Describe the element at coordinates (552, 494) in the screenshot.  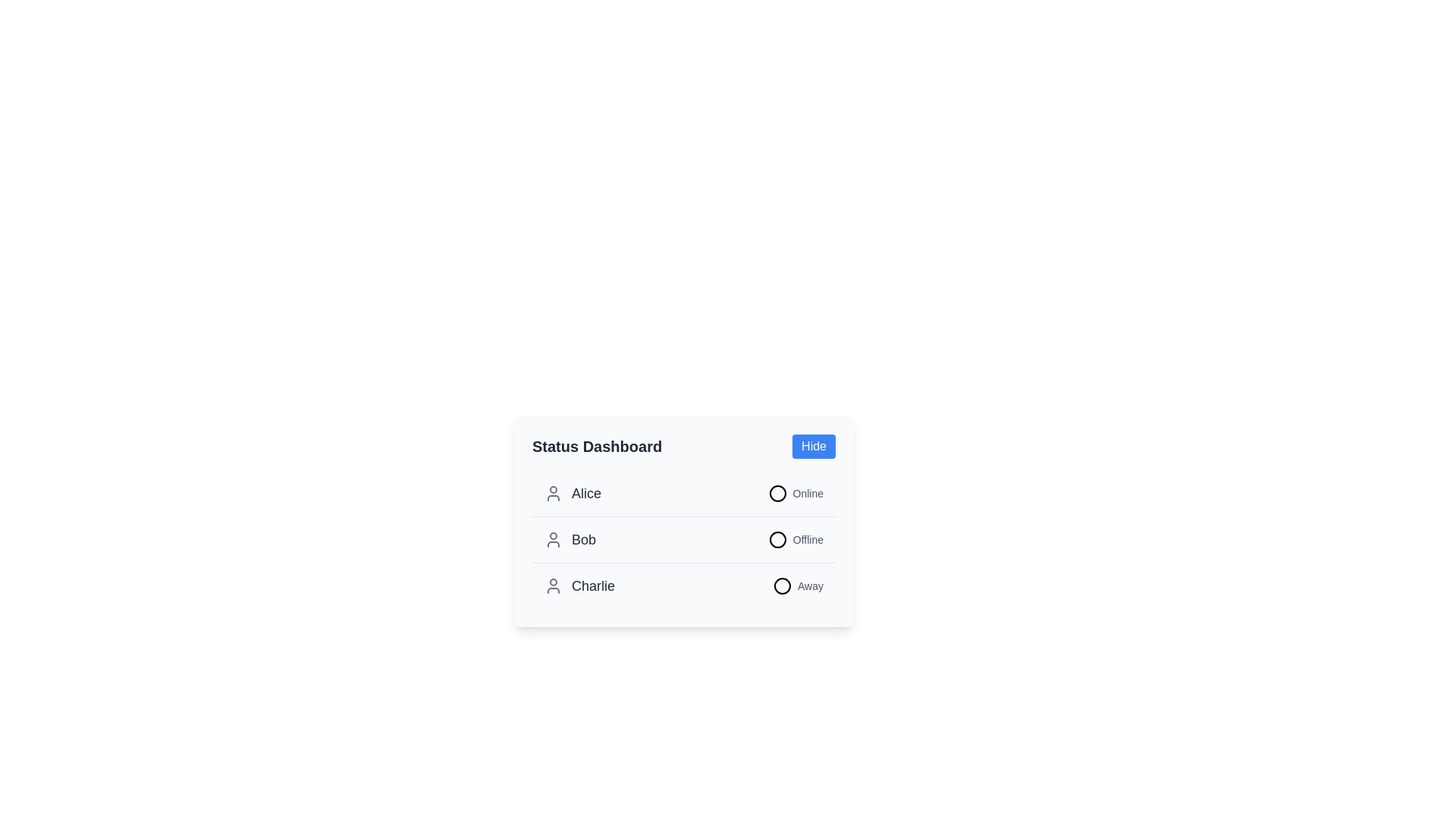
I see `the User Icon representing the user preceding the name 'Alice' in the first row of the 'Status Dashboard'` at that location.